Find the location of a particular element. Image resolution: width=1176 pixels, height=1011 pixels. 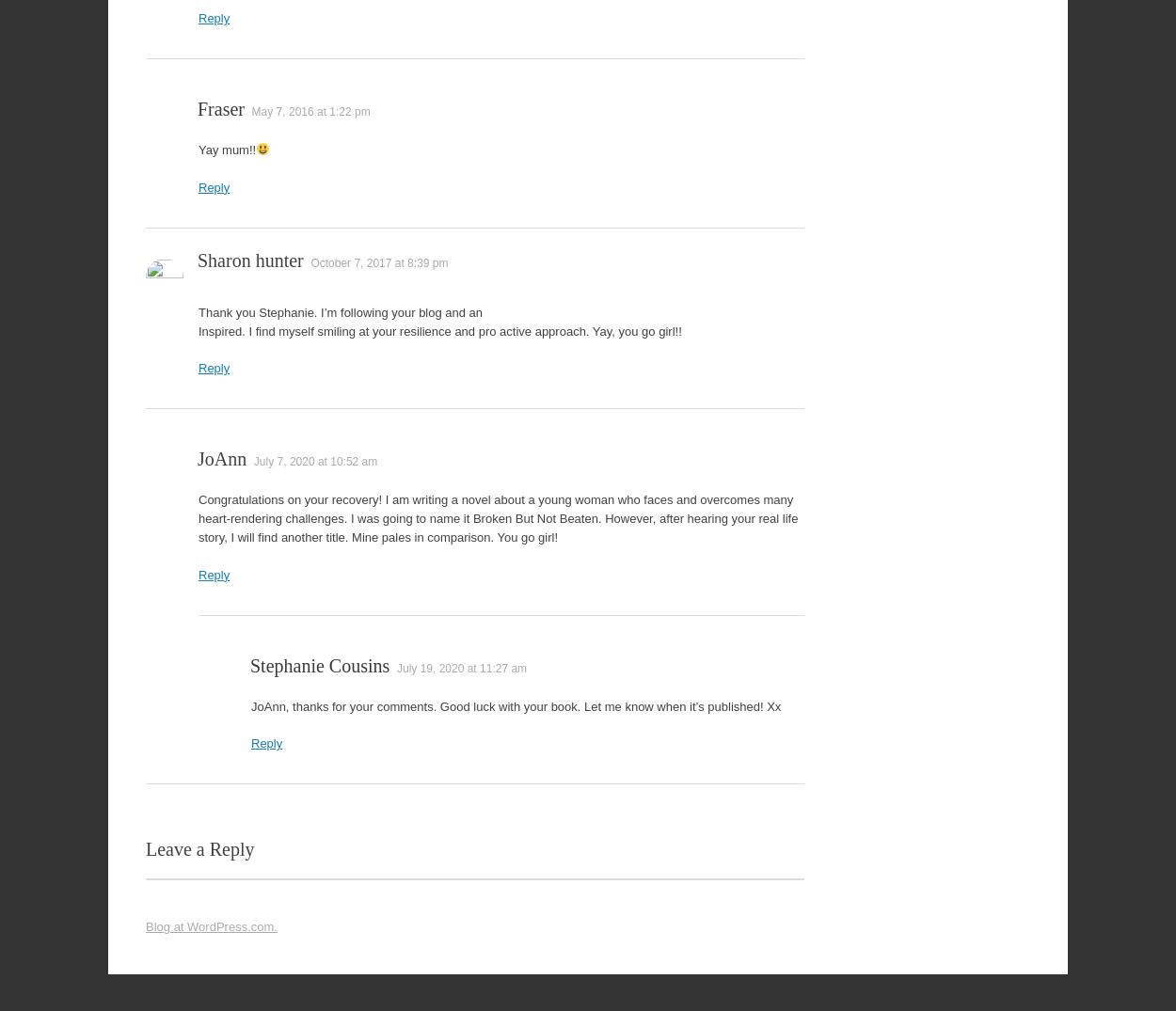

'JoAnn' is located at coordinates (221, 459).